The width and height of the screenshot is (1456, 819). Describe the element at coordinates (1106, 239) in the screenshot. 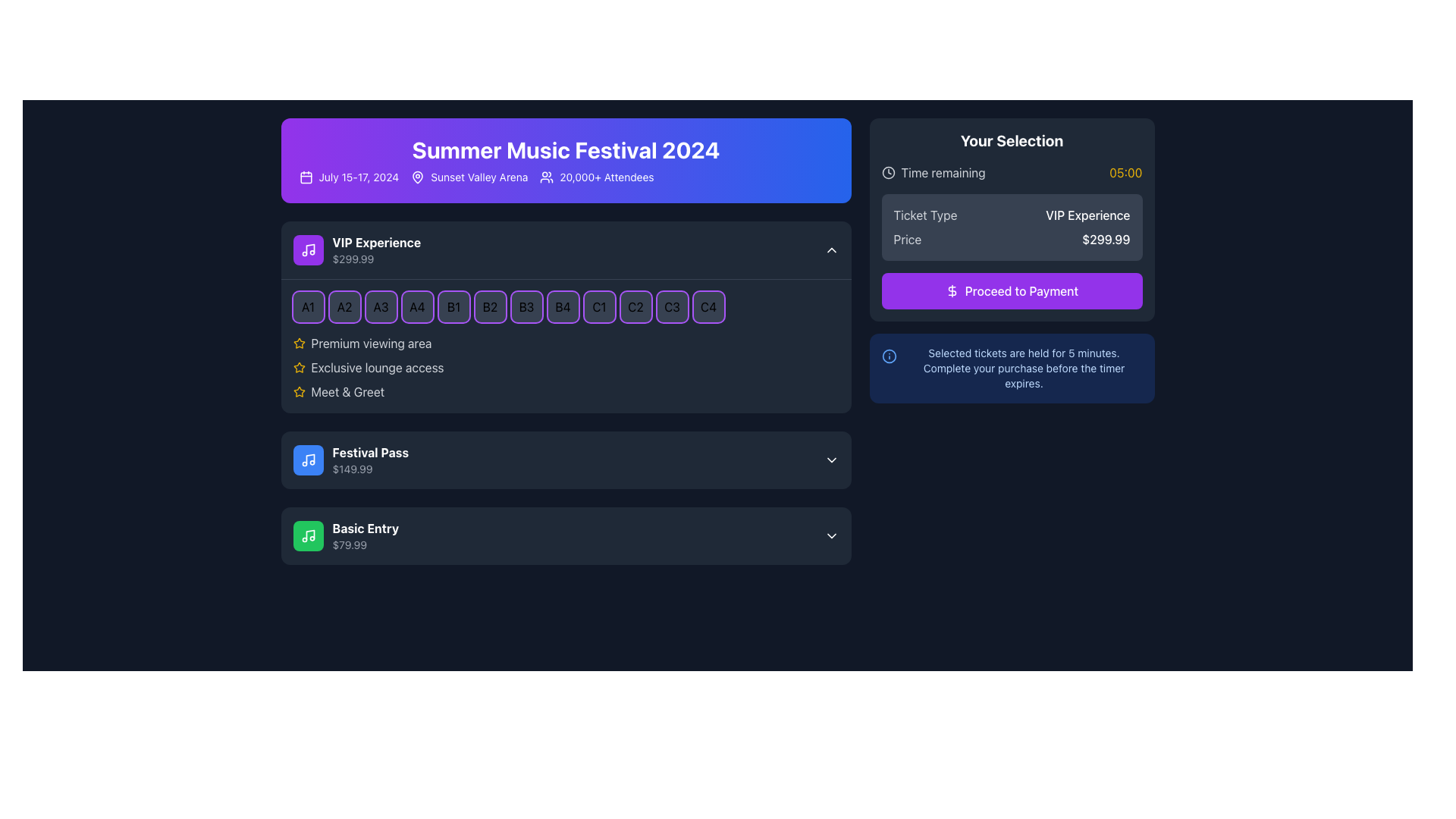

I see `displayed price from the text label located in the 'Your Selection' section, to the right of the 'Price' text label` at that location.